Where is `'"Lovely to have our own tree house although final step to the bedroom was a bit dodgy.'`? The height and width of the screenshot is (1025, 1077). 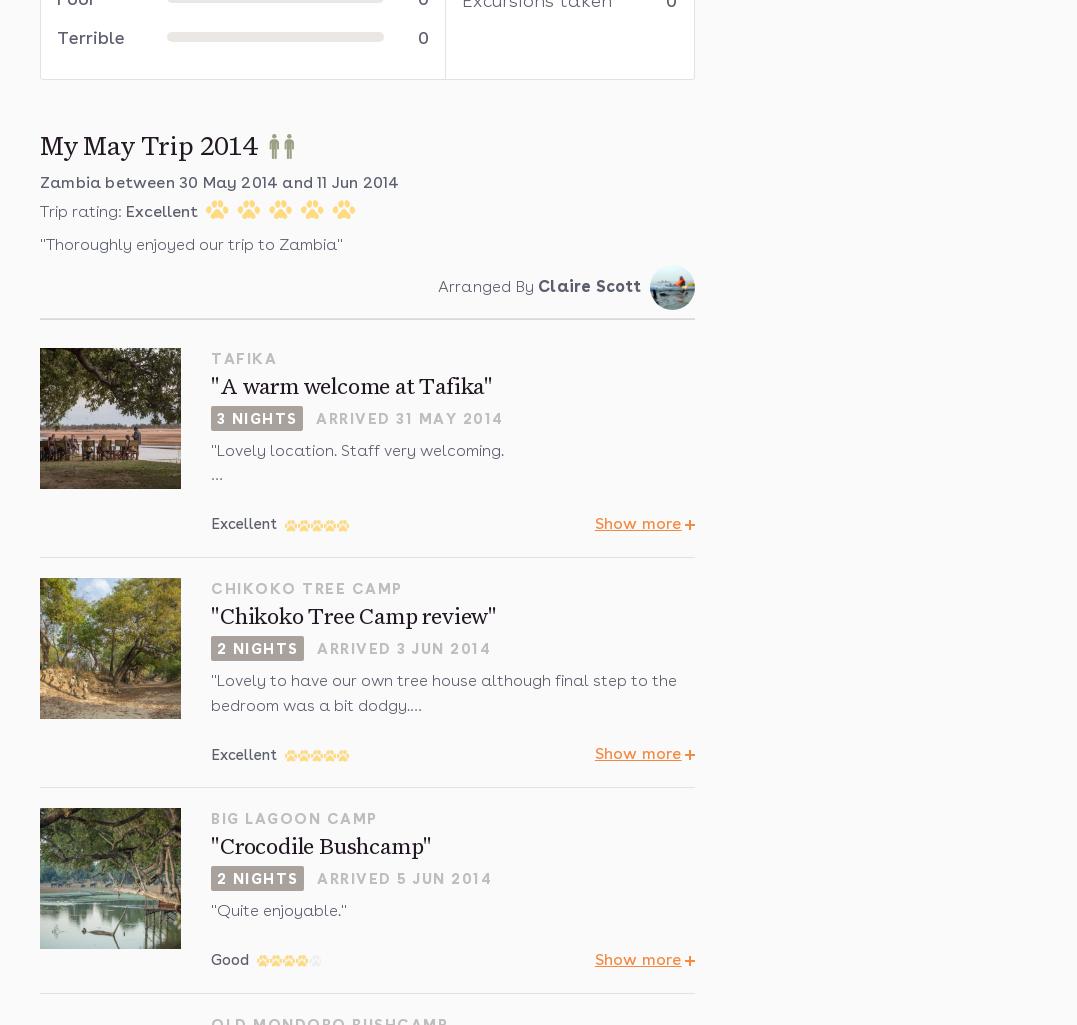
'"Lovely to have our own tree house although final step to the bedroom was a bit dodgy.' is located at coordinates (443, 691).